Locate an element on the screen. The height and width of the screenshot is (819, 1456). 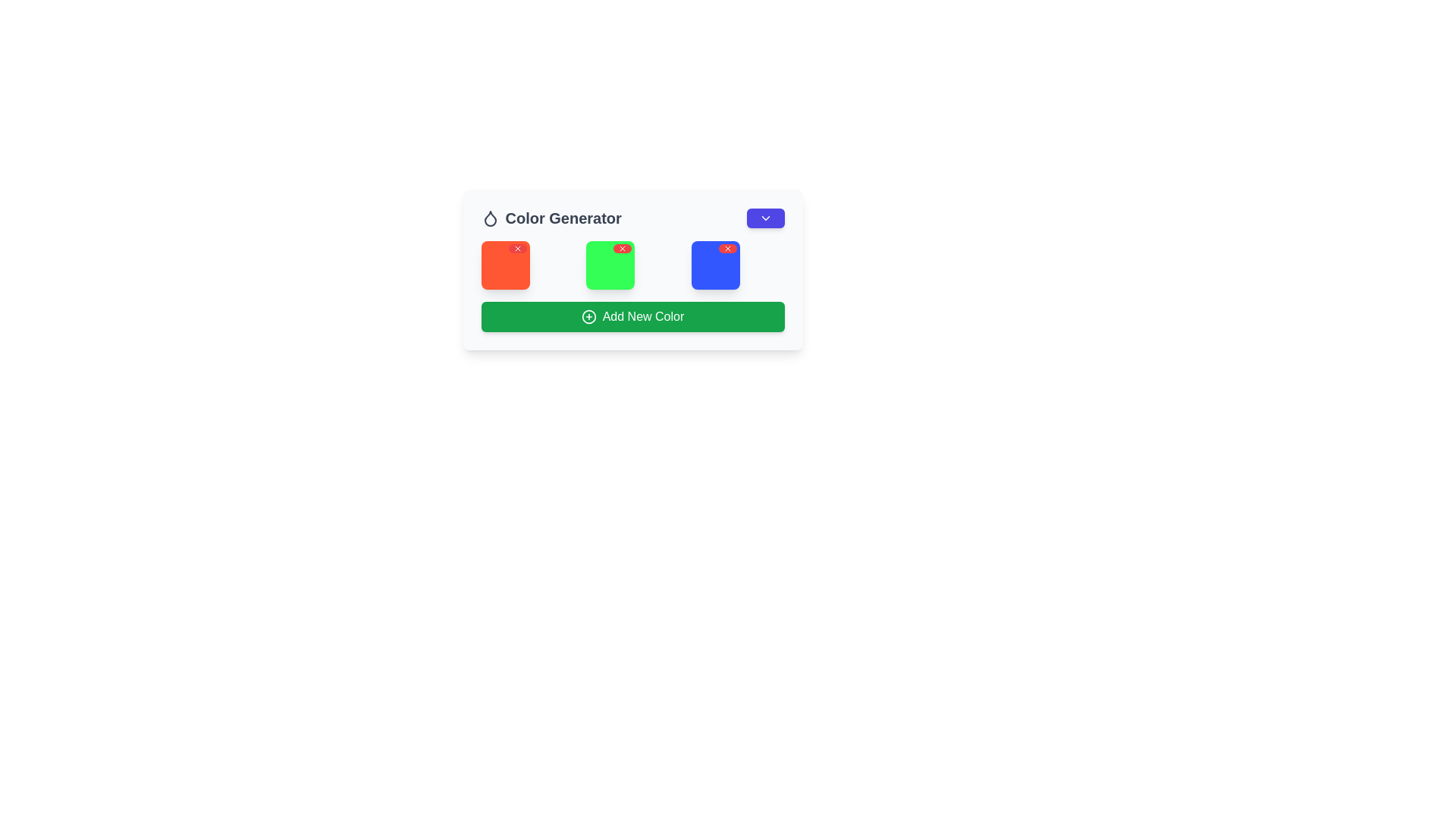
the second green square in the row of colored squares under the 'Color Generator' title is located at coordinates (632, 268).